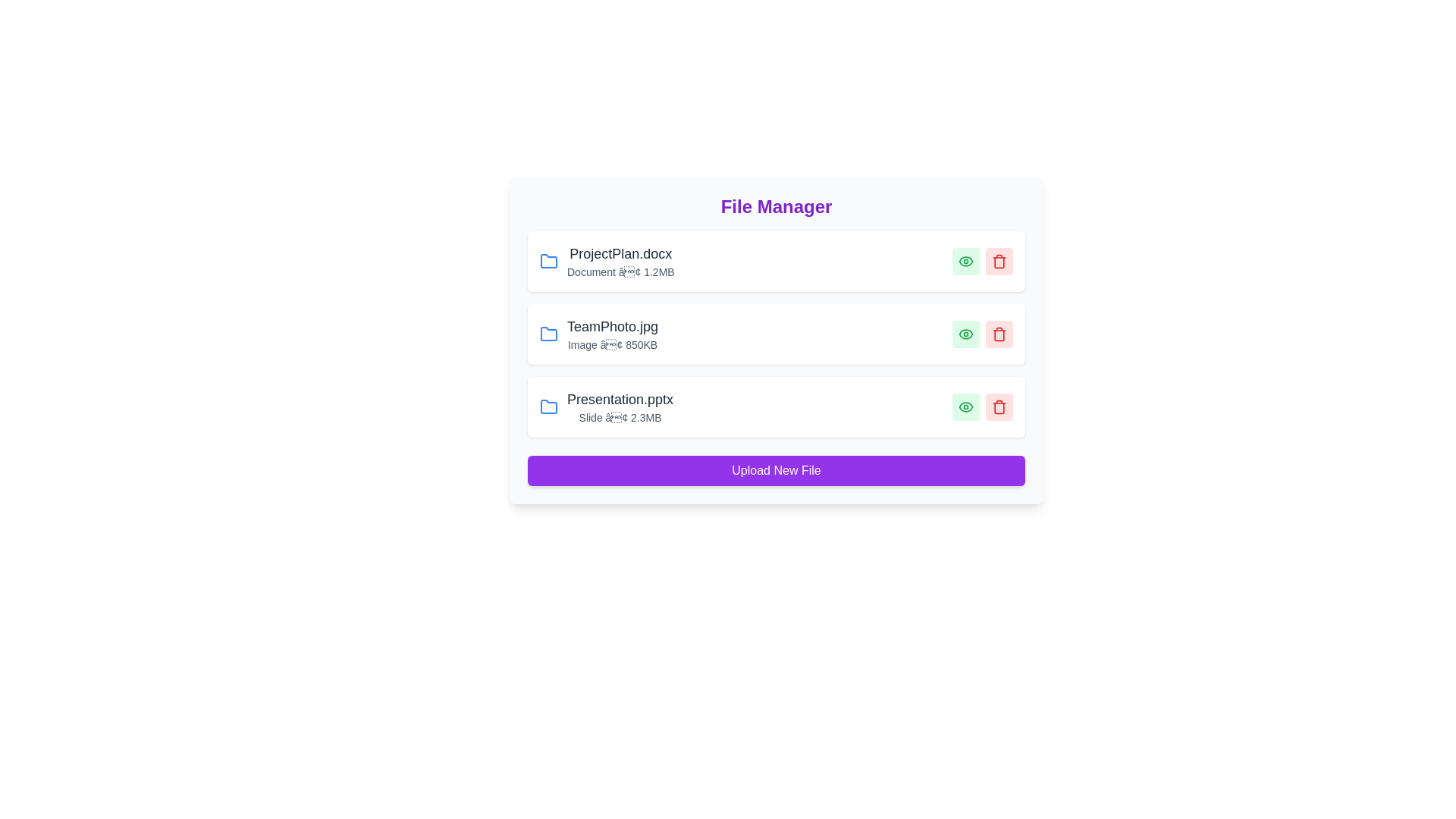 This screenshot has height=819, width=1456. I want to click on the file details section to view additional information or interactions, so click(607, 260).